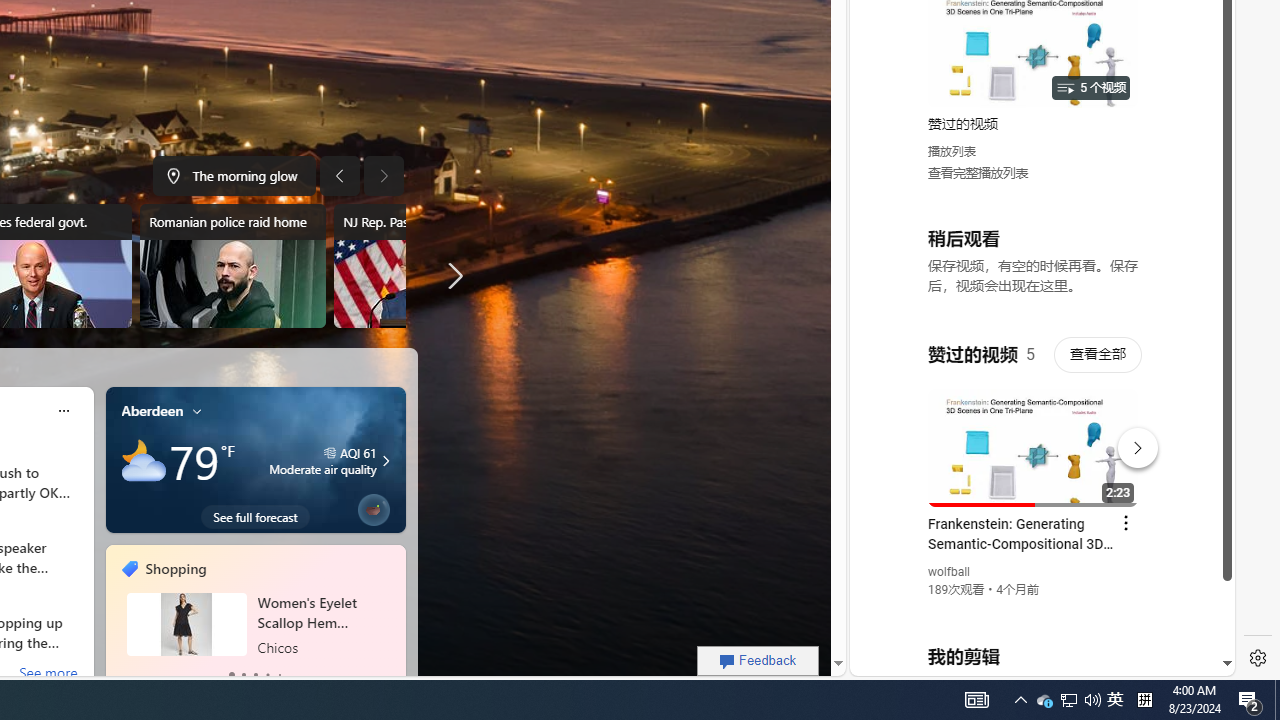 The width and height of the screenshot is (1280, 720). What do you see at coordinates (887, 431) in the screenshot?
I see `'Global web icon'` at bounding box center [887, 431].